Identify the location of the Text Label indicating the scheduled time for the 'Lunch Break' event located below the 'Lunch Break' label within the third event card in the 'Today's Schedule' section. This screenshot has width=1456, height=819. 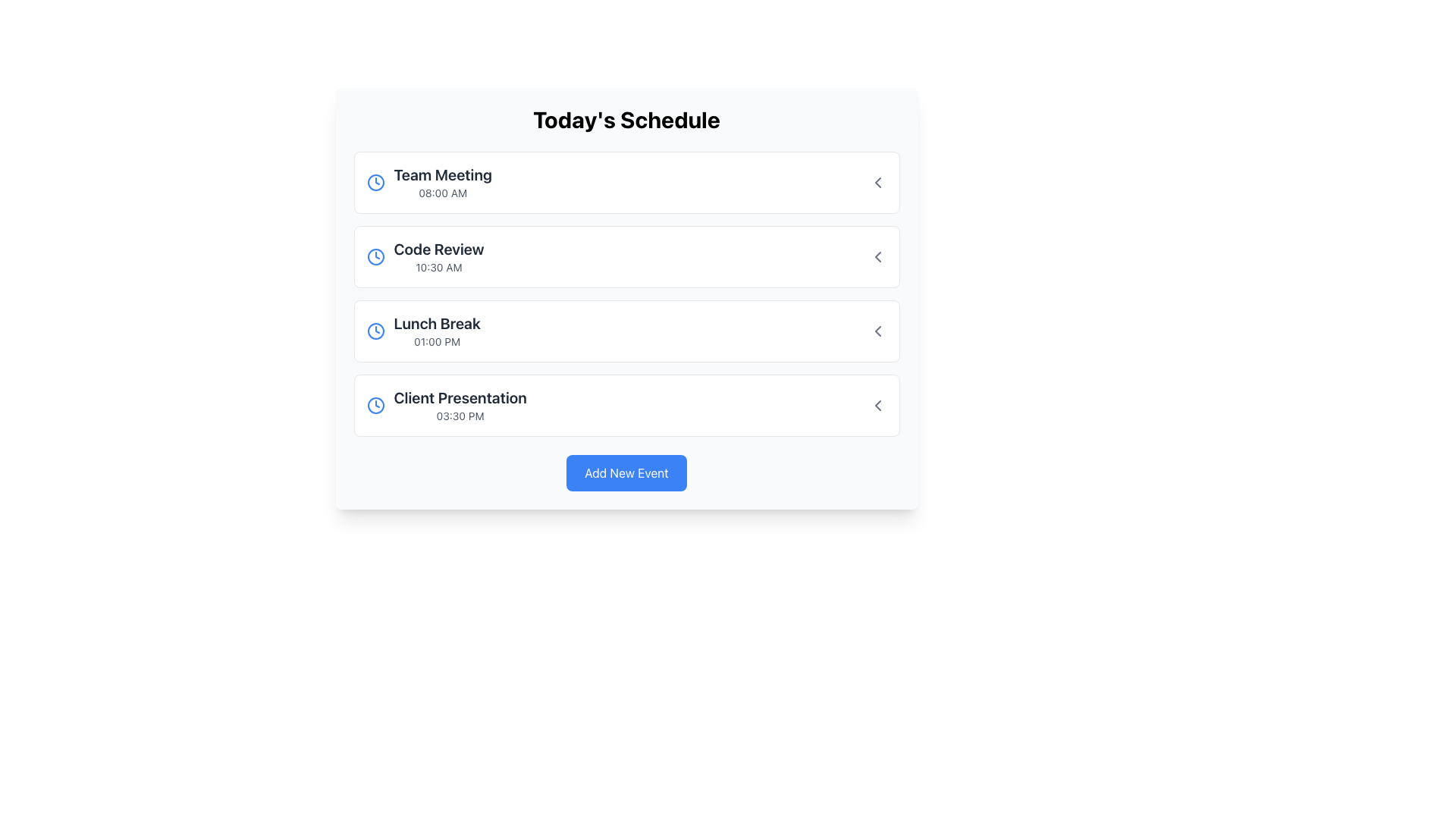
(436, 342).